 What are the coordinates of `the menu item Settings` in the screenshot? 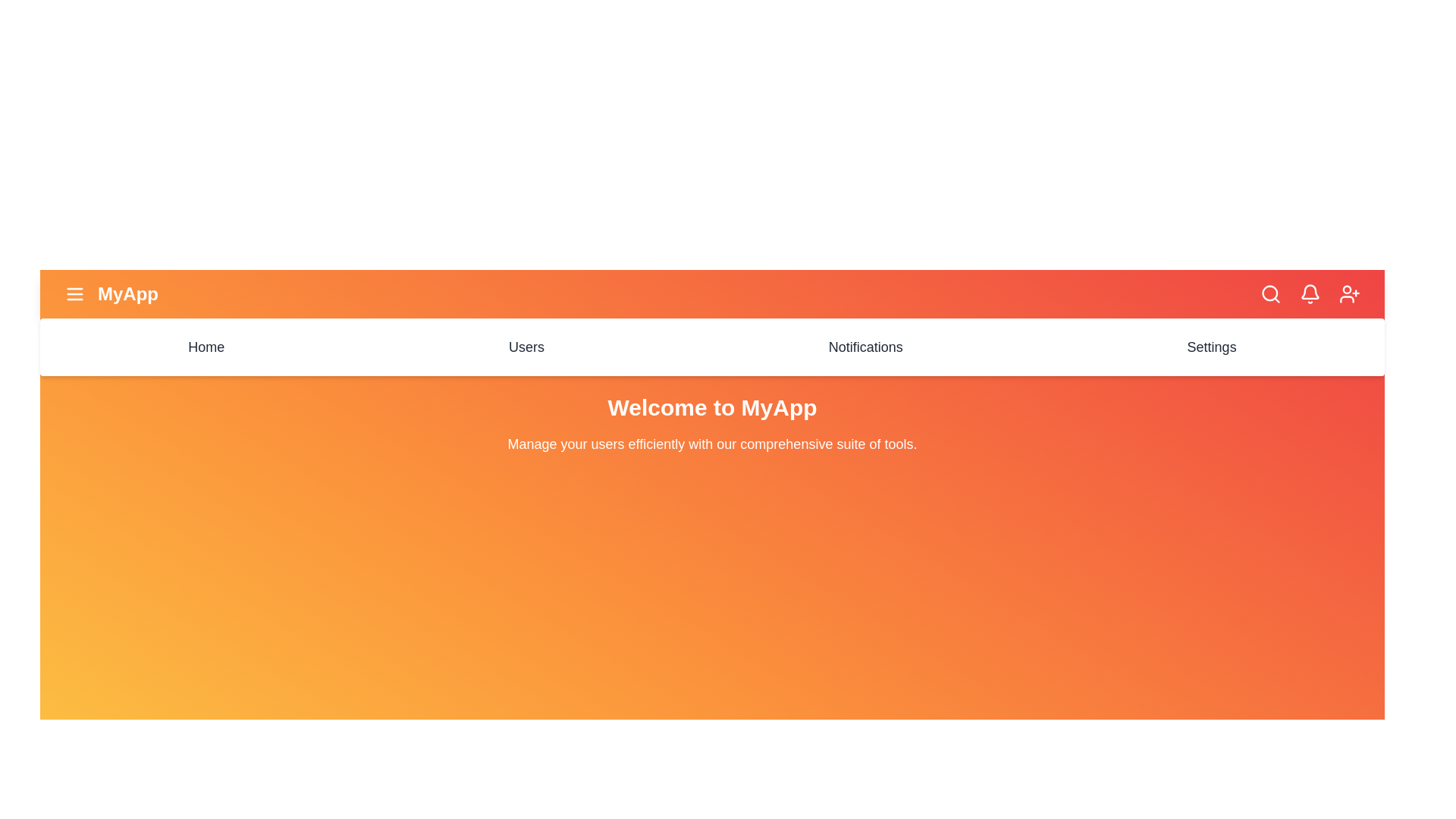 It's located at (1211, 347).